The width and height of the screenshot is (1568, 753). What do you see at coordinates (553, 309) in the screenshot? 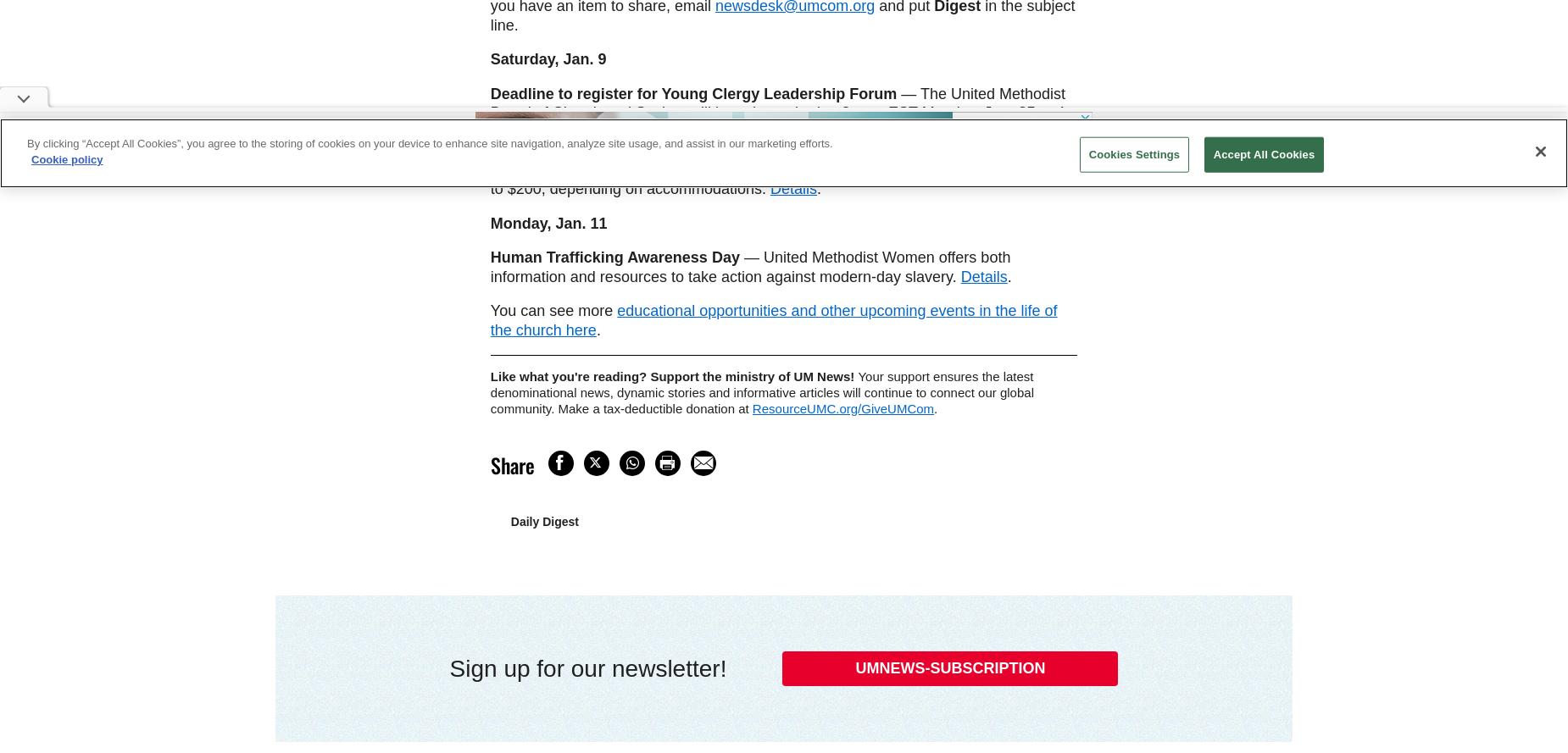
I see `'You can see more'` at bounding box center [553, 309].